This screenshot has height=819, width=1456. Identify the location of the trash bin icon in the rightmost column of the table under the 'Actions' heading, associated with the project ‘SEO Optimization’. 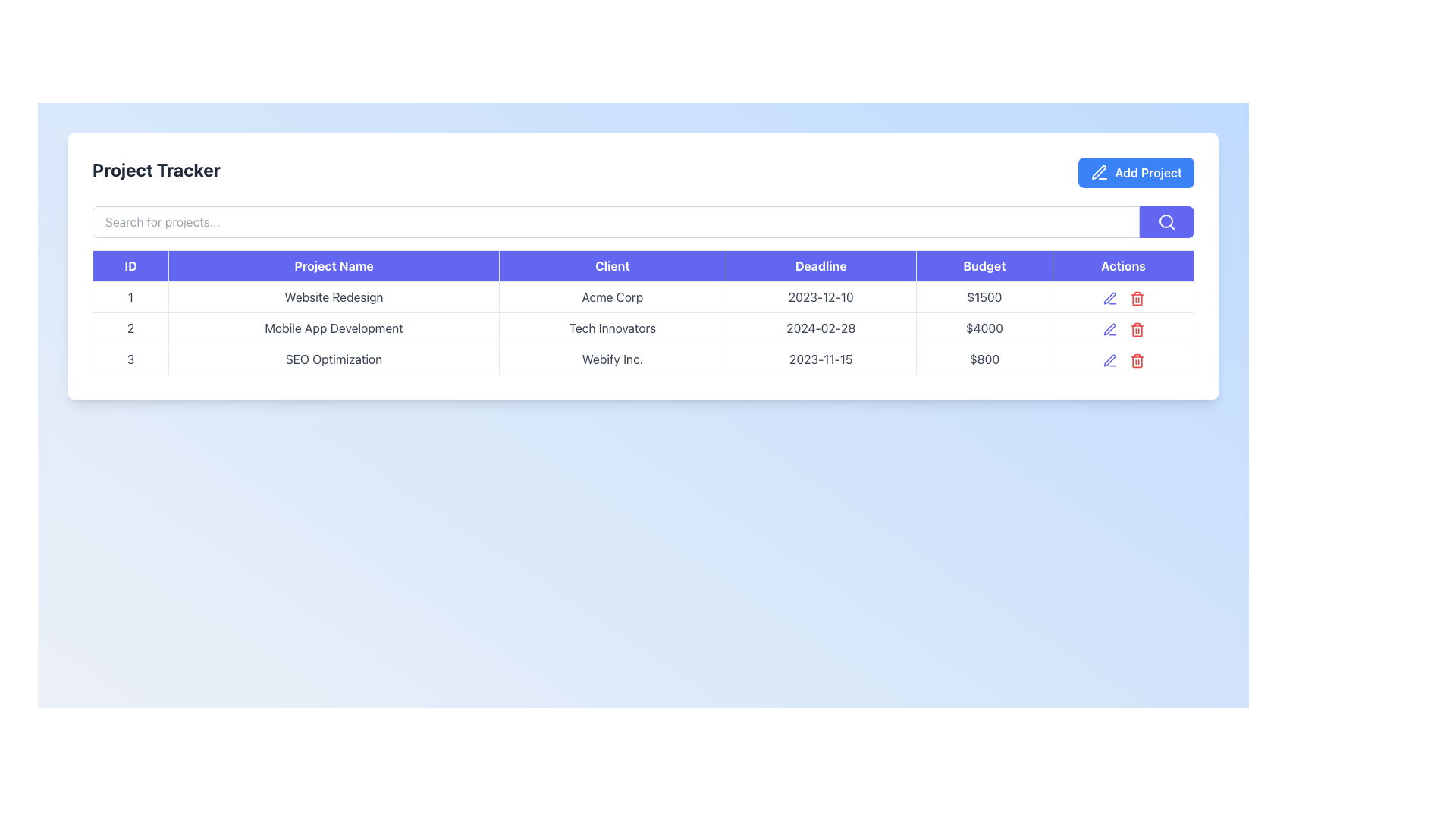
(1137, 362).